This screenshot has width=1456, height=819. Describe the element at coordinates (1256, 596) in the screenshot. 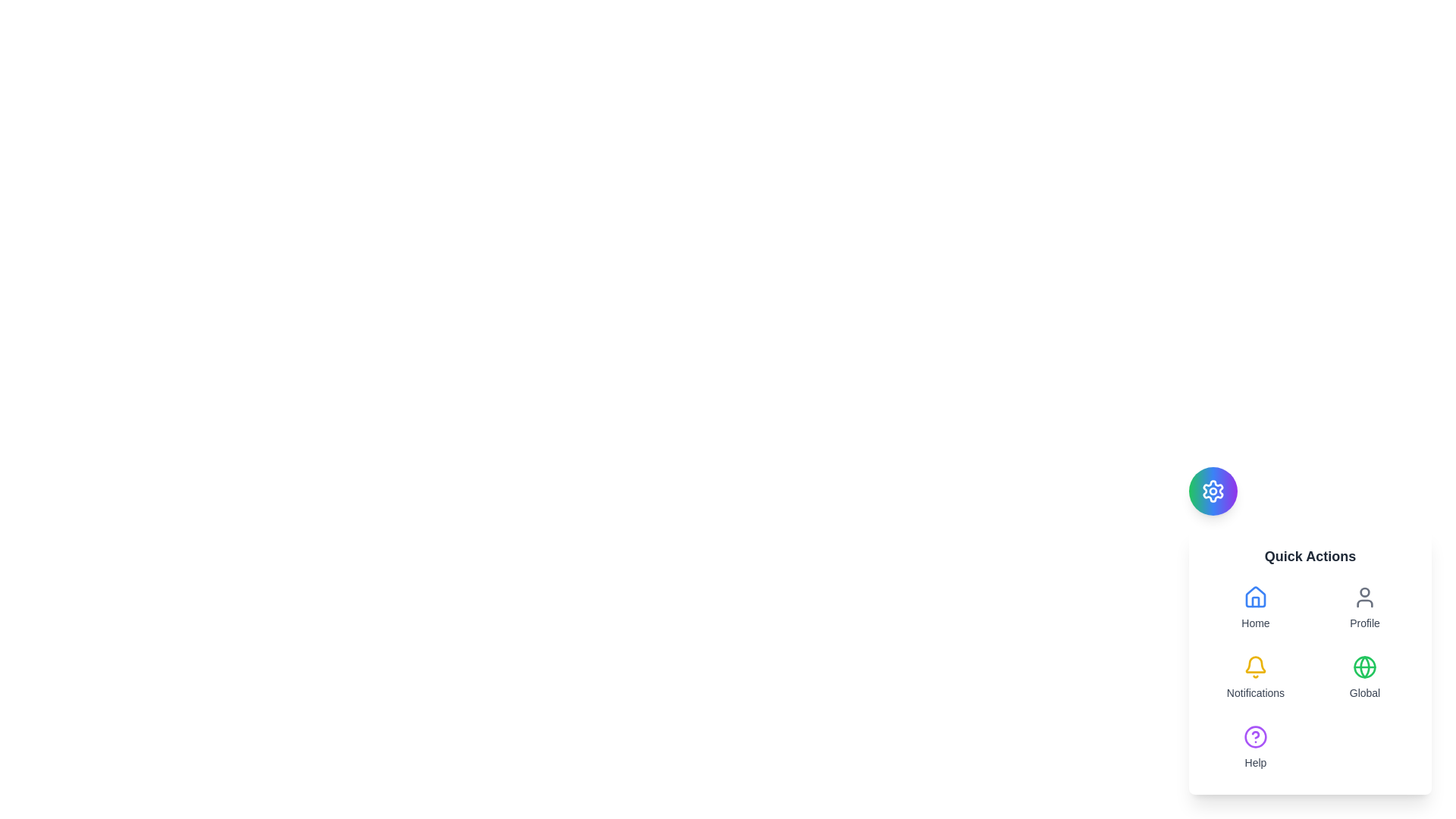

I see `the blue house icon in the Quick Actions menu` at that location.